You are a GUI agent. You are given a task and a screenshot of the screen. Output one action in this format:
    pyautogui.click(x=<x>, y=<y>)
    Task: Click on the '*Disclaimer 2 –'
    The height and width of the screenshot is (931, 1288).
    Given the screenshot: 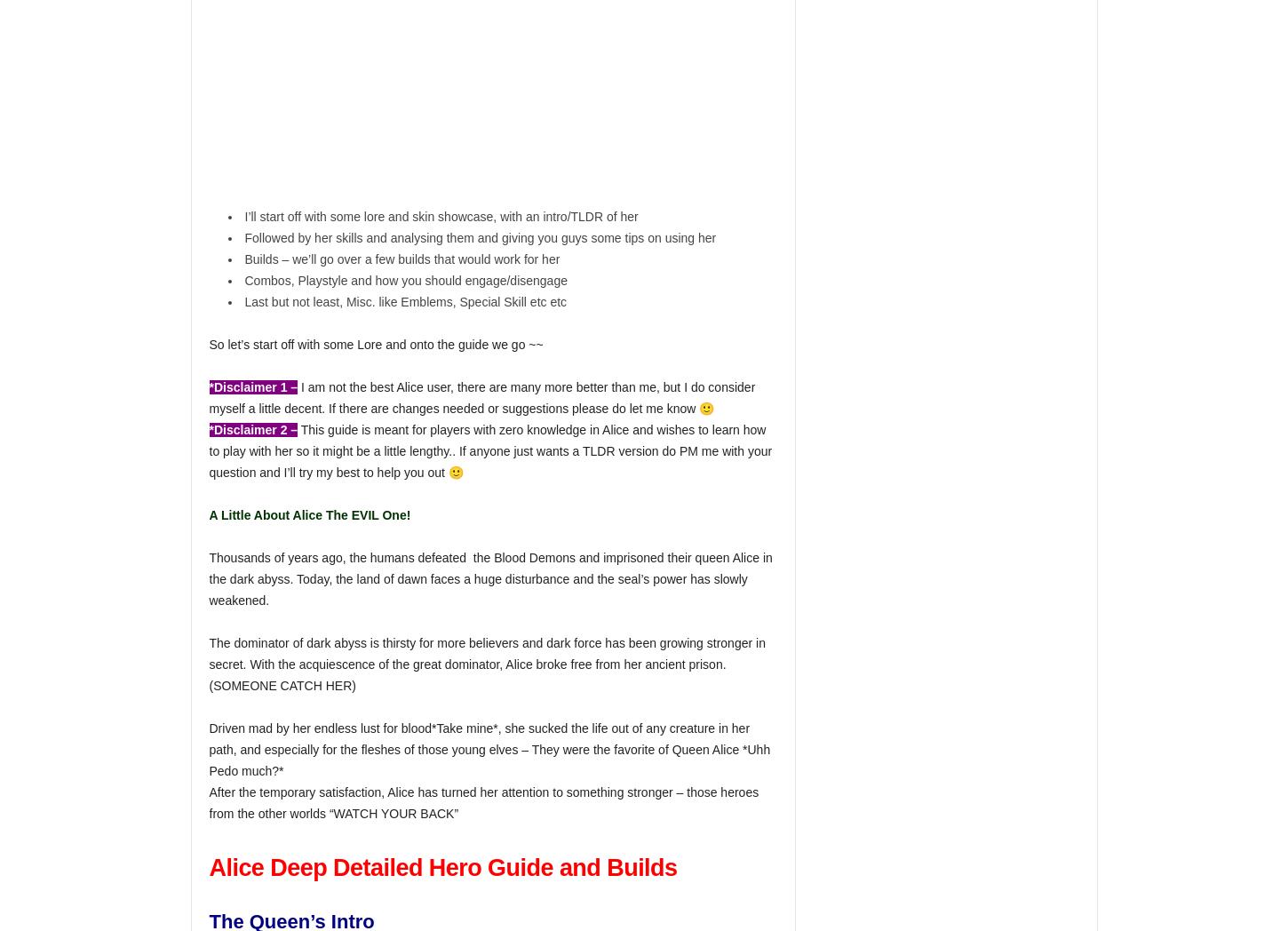 What is the action you would take?
    pyautogui.click(x=208, y=429)
    